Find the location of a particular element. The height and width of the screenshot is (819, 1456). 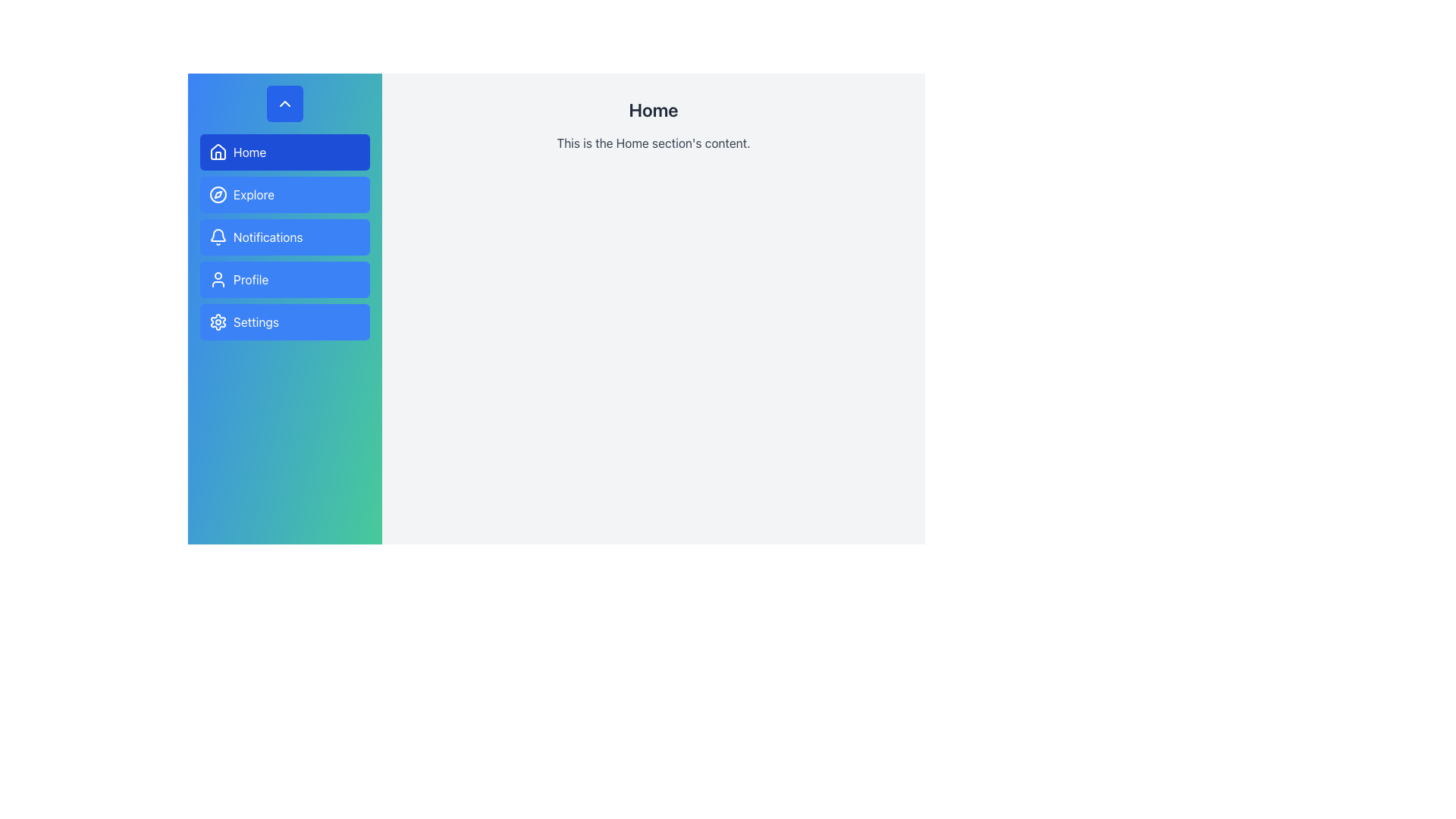

the Notifications bell icon located in the navigation panel on the left side of the UI is located at coordinates (218, 235).